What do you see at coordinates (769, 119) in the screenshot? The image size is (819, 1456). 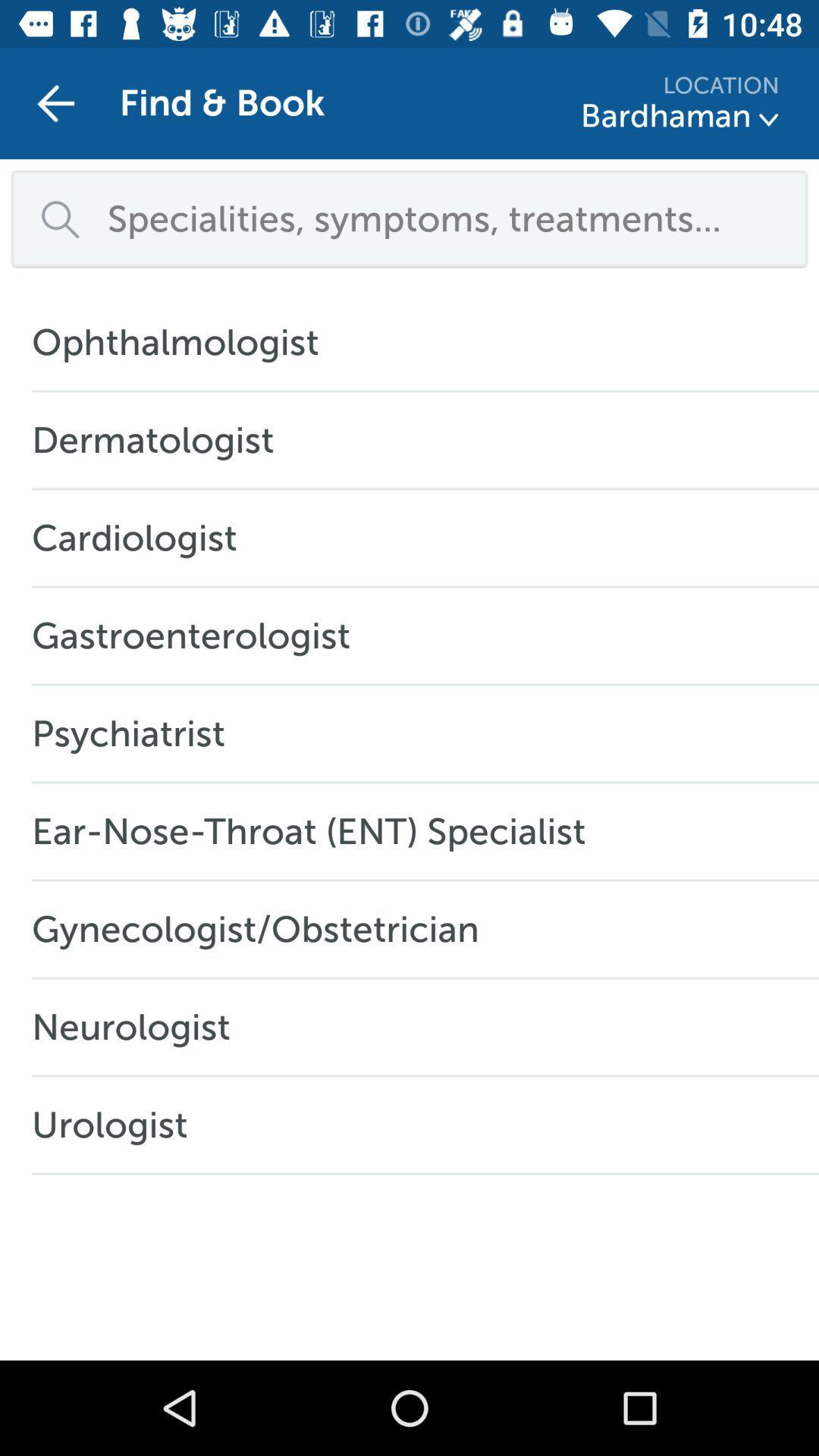 I see `info` at bounding box center [769, 119].